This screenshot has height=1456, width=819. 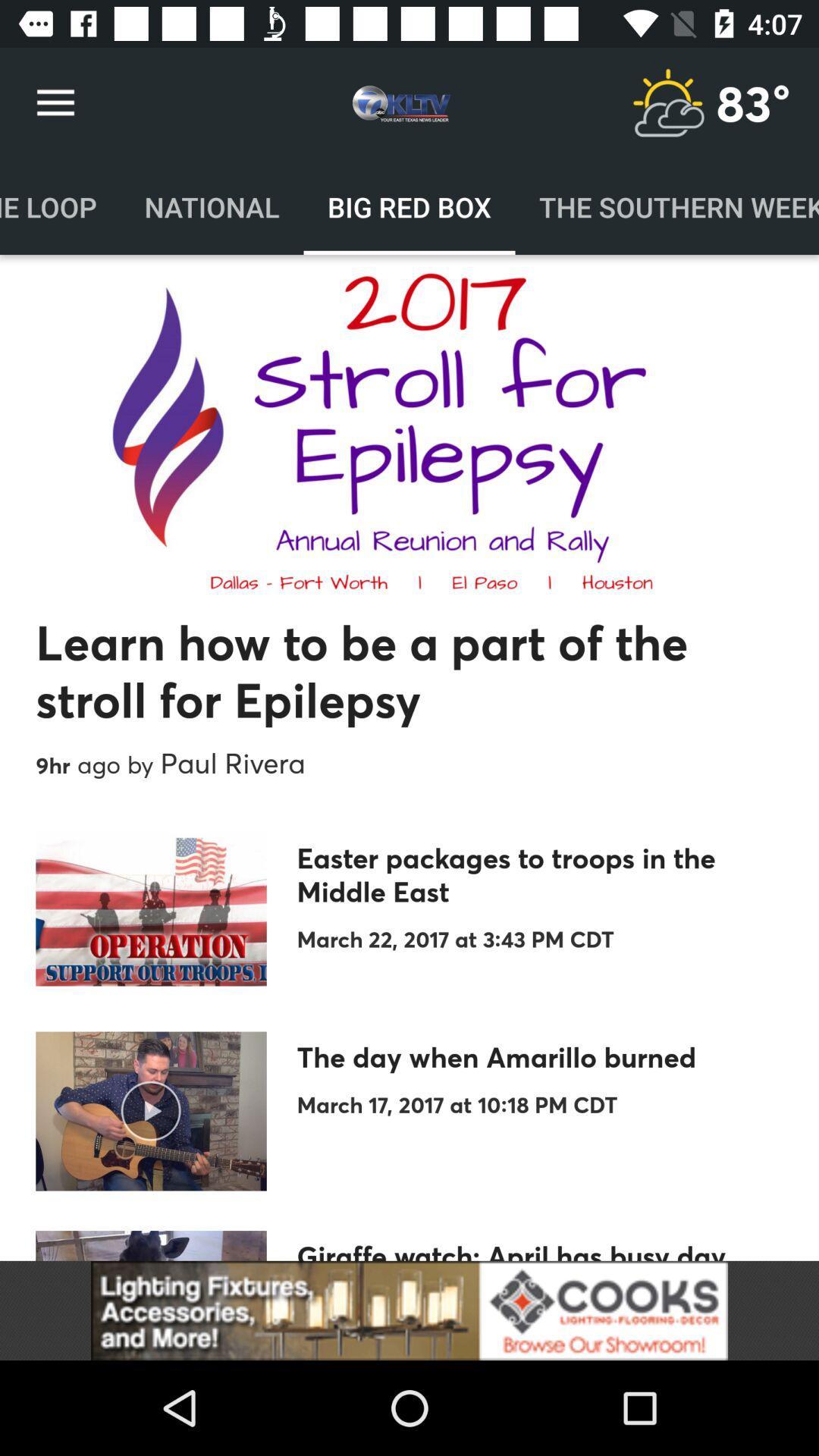 I want to click on temperature button, so click(x=667, y=102).